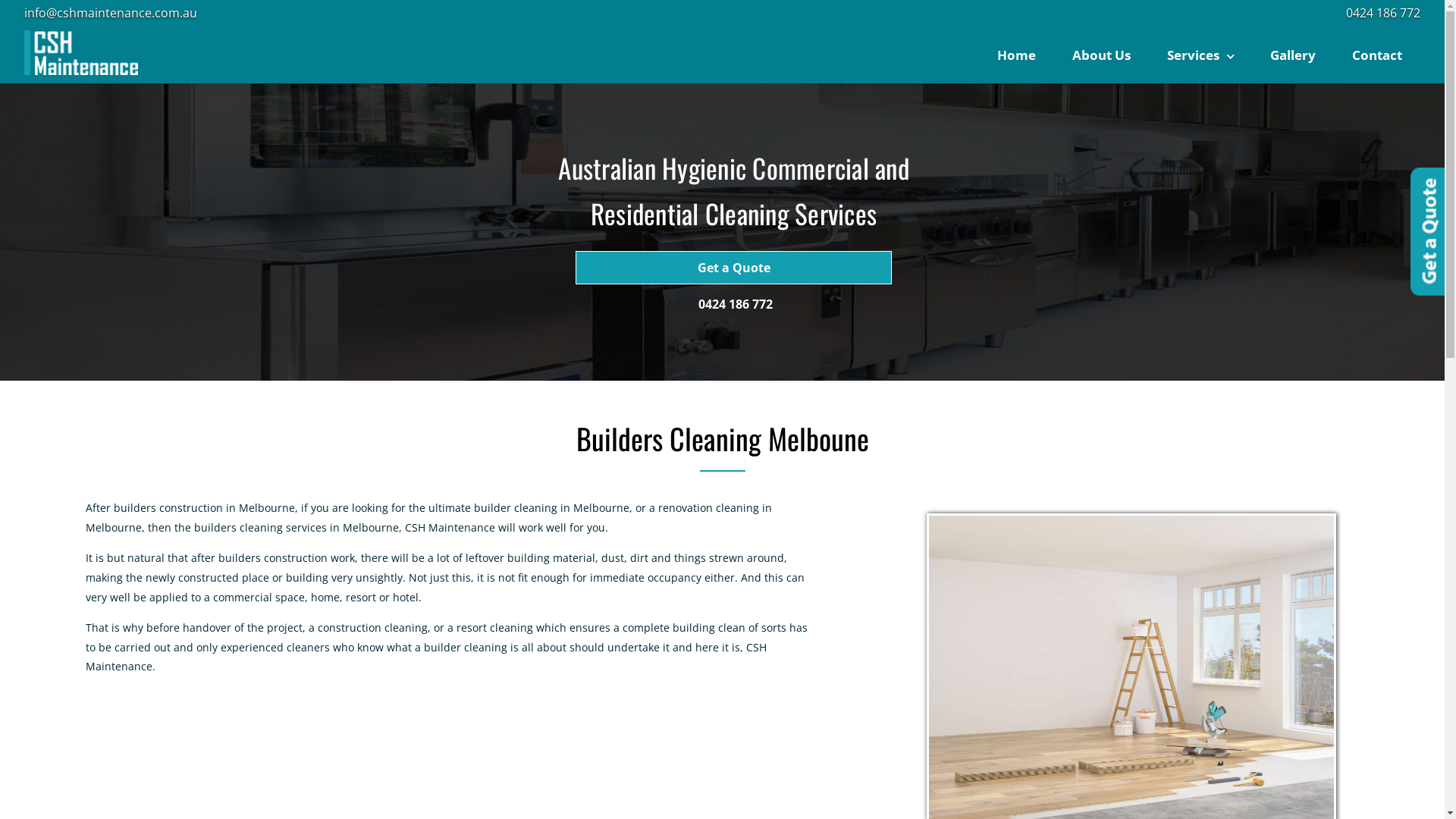 The height and width of the screenshot is (819, 1456). Describe the element at coordinates (1016, 54) in the screenshot. I see `'Home'` at that location.